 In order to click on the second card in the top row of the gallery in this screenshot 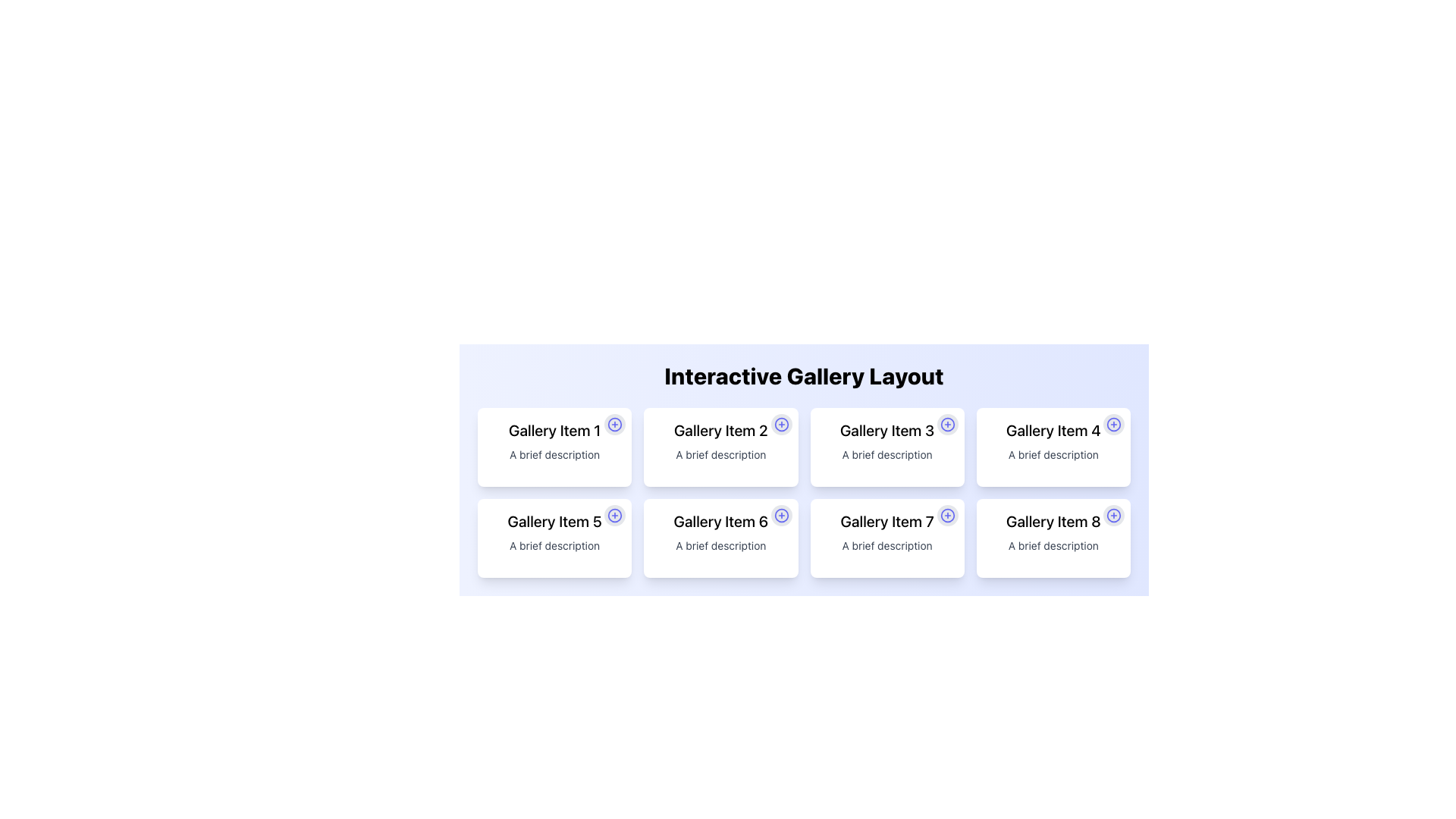, I will do `click(720, 447)`.